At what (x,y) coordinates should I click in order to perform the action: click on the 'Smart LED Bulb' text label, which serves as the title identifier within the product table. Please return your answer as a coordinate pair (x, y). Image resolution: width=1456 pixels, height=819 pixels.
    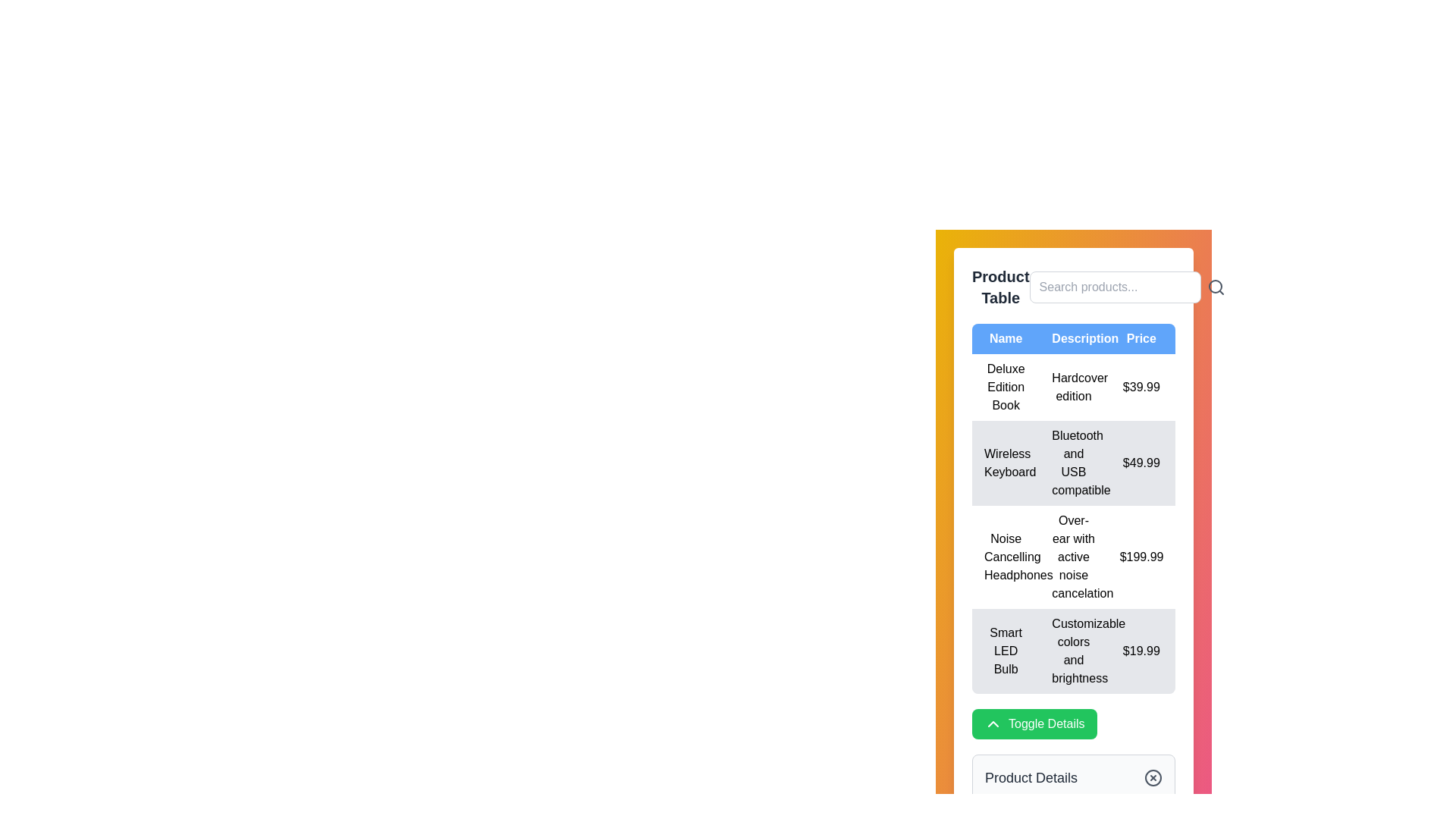
    Looking at the image, I should click on (1006, 651).